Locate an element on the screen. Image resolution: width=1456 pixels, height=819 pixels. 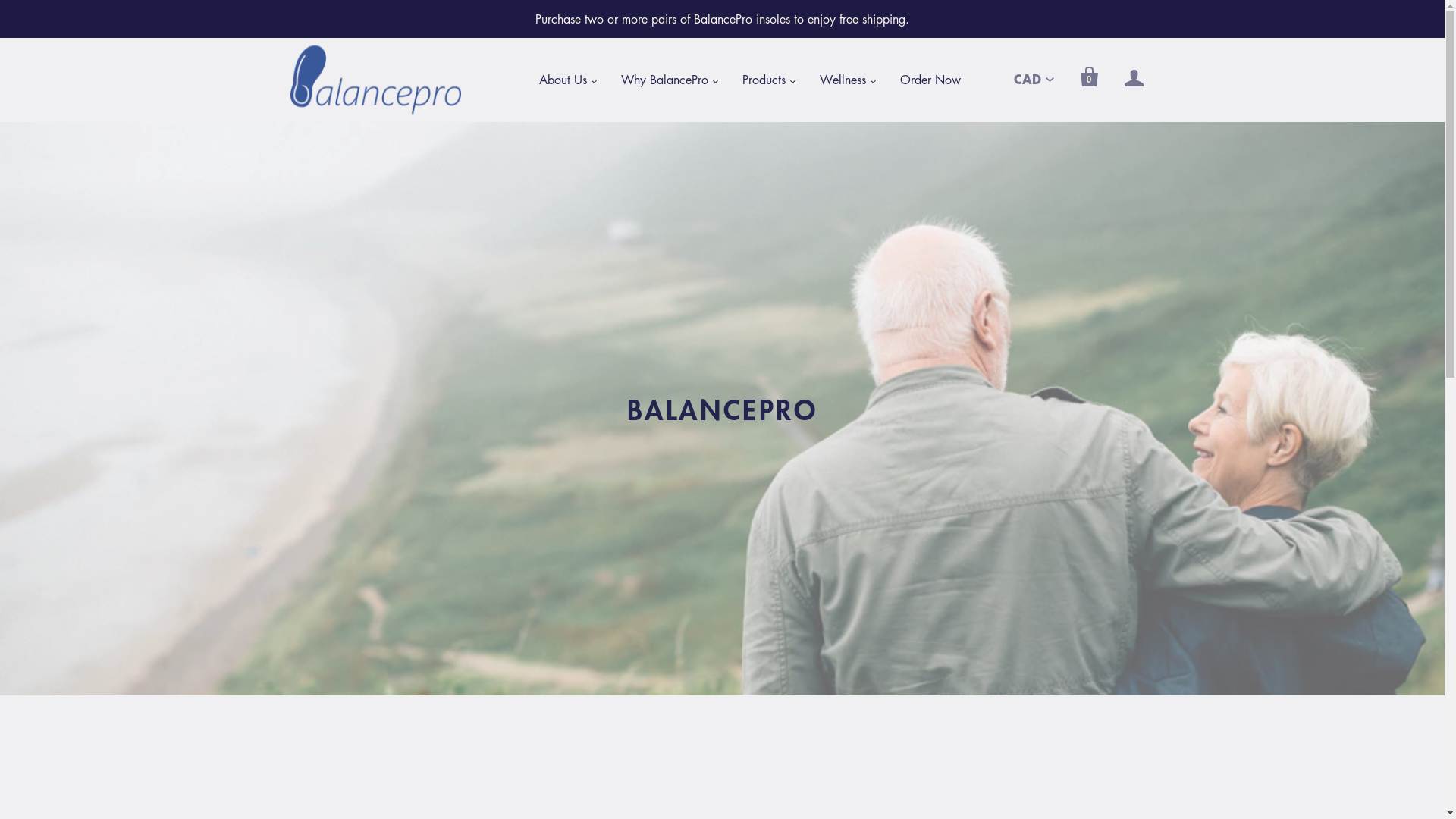
'About Us' is located at coordinates (561, 79).